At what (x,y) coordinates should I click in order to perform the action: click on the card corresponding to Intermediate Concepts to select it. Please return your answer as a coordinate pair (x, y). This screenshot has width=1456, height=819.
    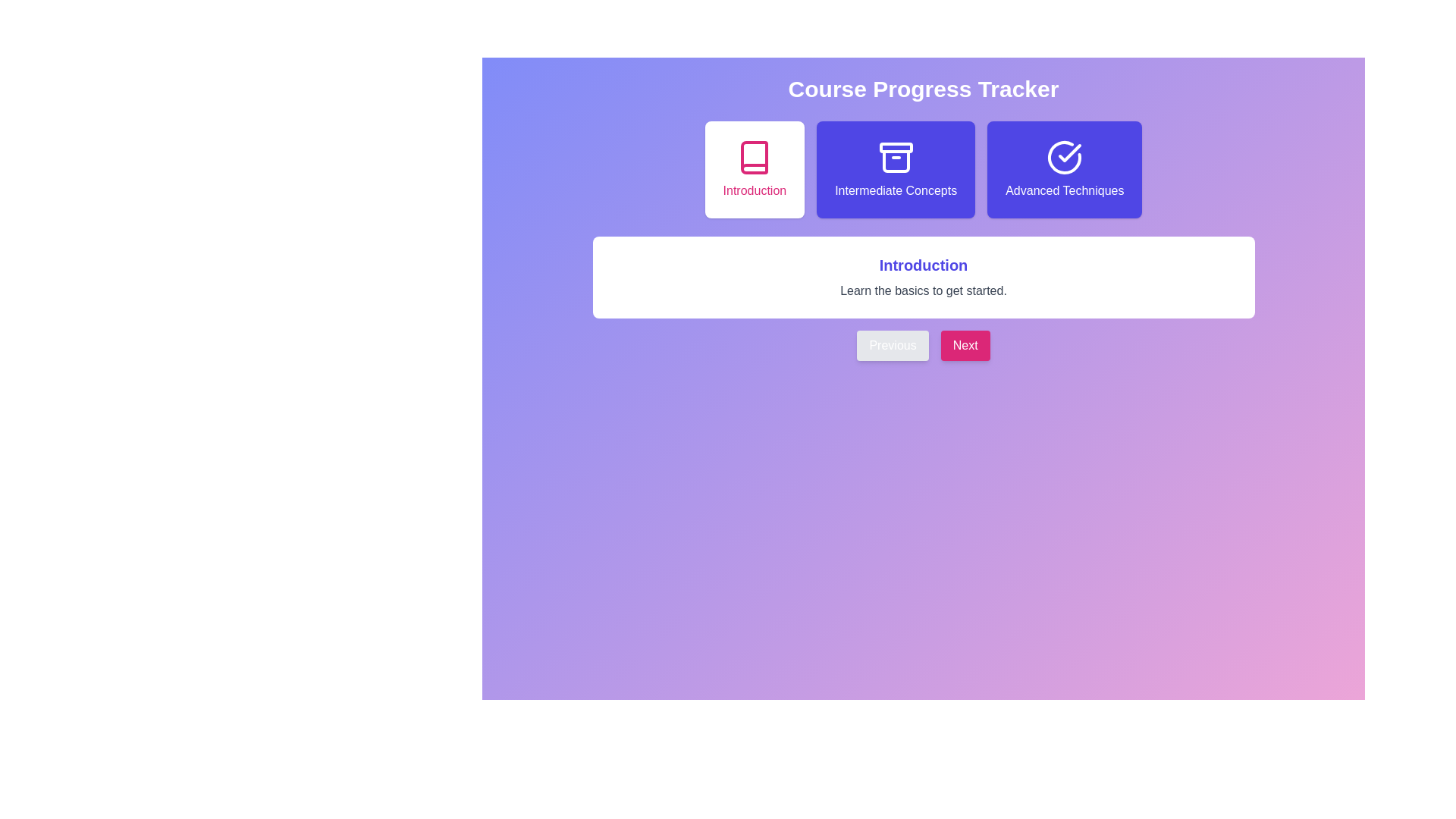
    Looking at the image, I should click on (896, 169).